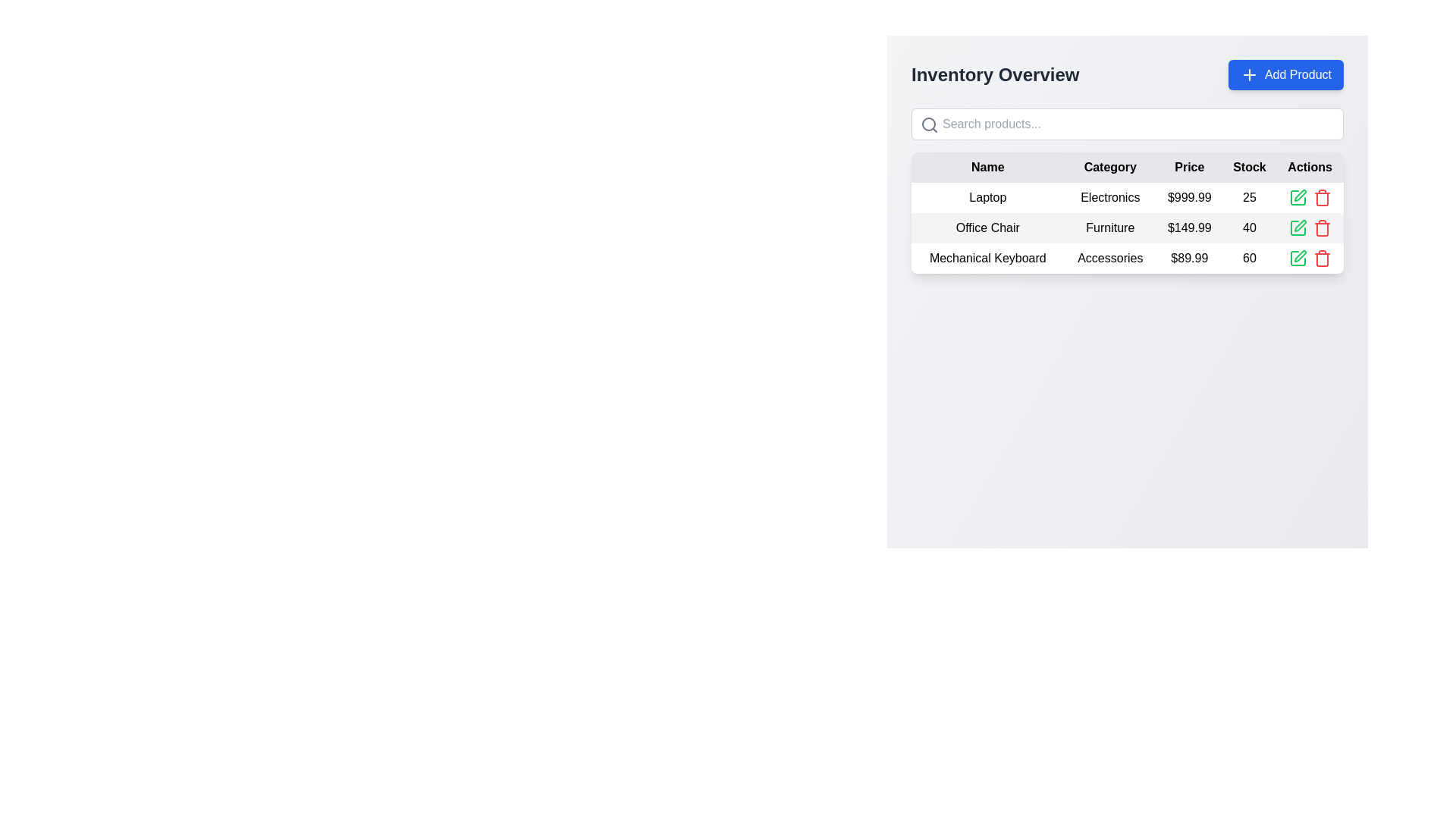  What do you see at coordinates (1110, 197) in the screenshot?
I see `the static label identifying the category of the 'Laptop' product in the table, which is located in the 'Category' column between 'Laptop' and '$999.99'` at bounding box center [1110, 197].